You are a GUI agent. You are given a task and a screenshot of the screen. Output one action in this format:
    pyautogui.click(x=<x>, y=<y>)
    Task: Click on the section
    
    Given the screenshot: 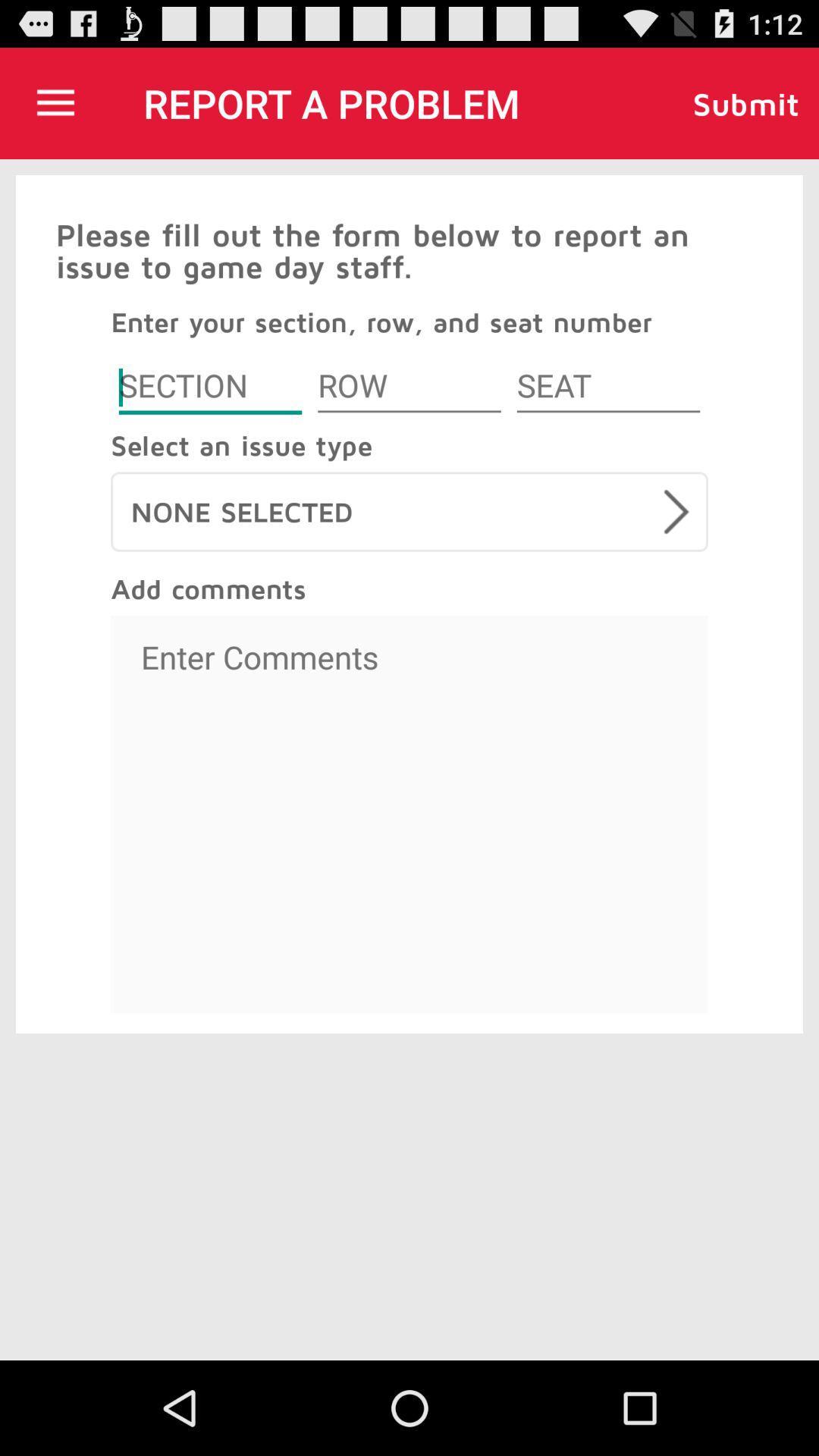 What is the action you would take?
    pyautogui.click(x=210, y=388)
    